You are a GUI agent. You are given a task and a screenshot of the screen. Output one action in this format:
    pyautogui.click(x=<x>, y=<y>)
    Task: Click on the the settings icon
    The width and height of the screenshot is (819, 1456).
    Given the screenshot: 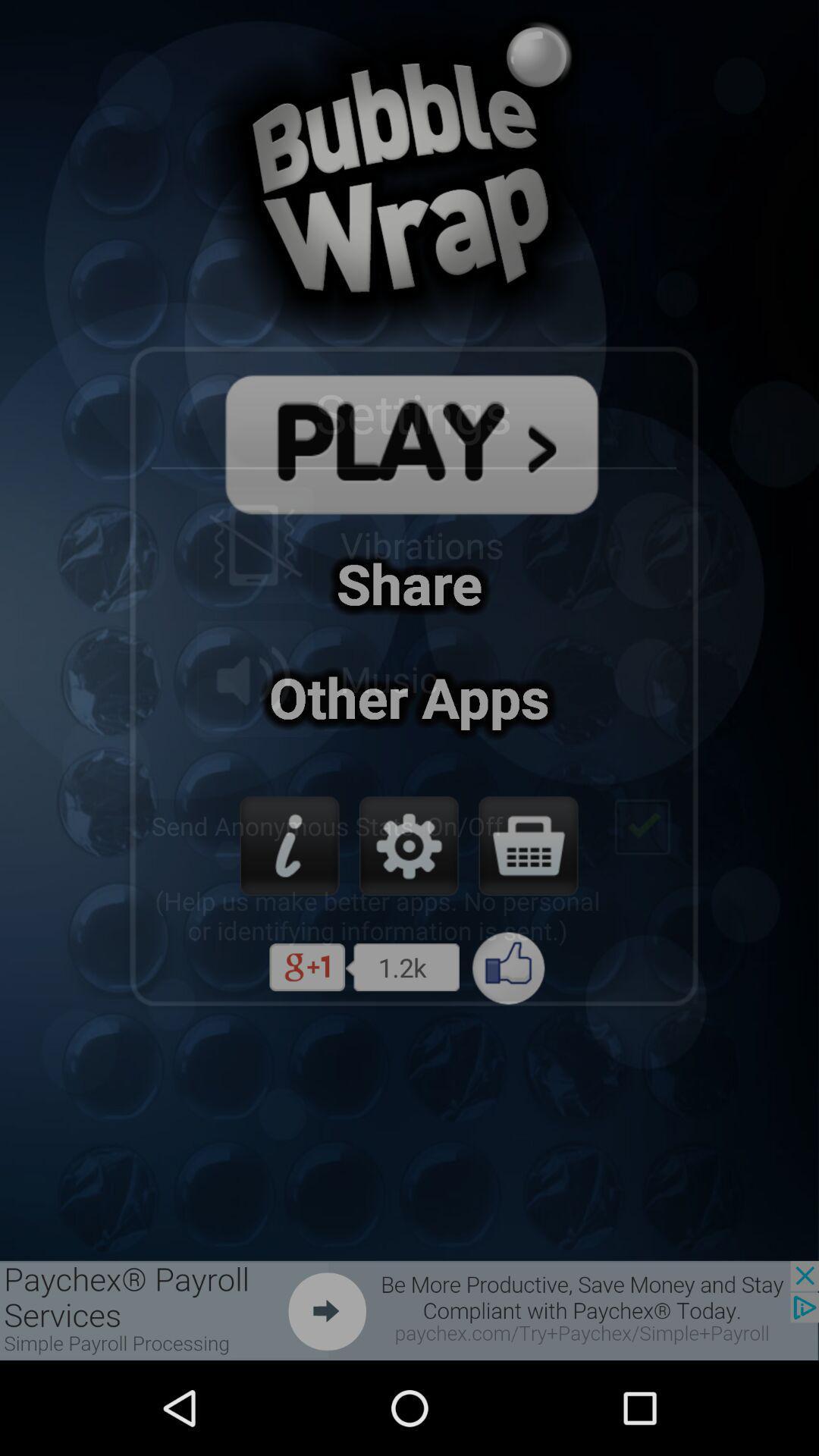 What is the action you would take?
    pyautogui.click(x=408, y=905)
    